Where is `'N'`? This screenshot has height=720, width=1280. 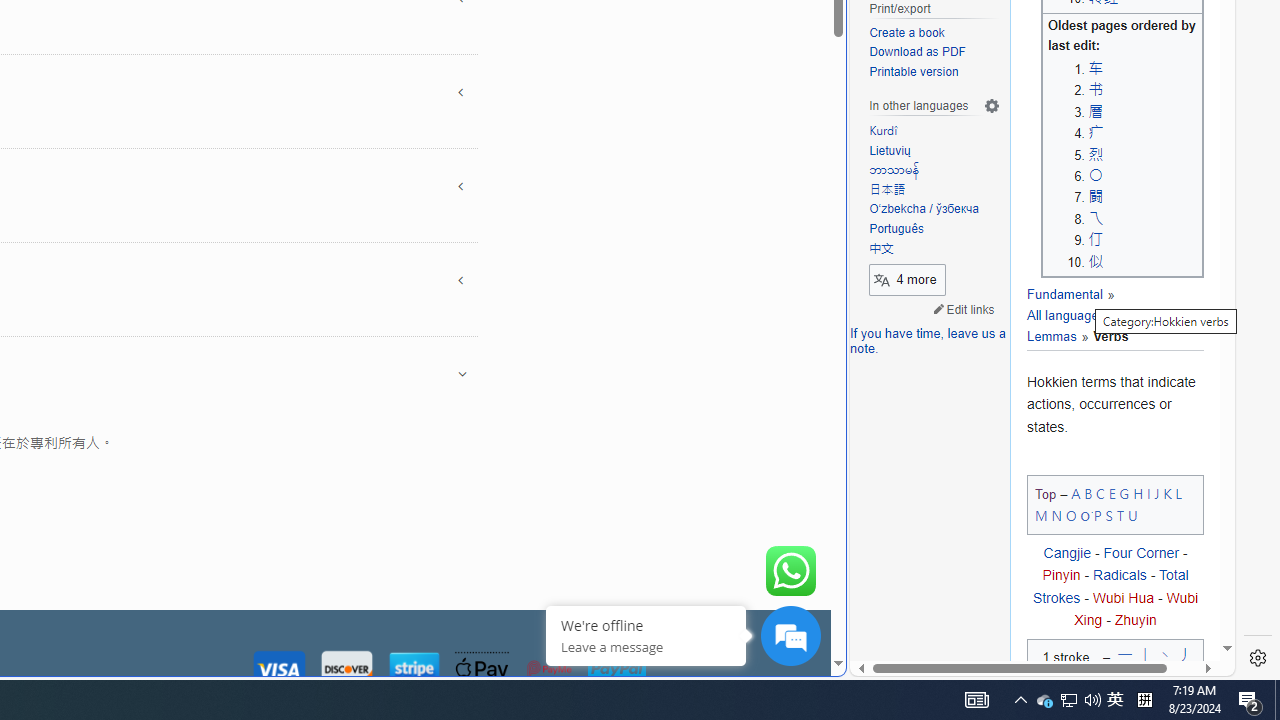 'N' is located at coordinates (1055, 514).